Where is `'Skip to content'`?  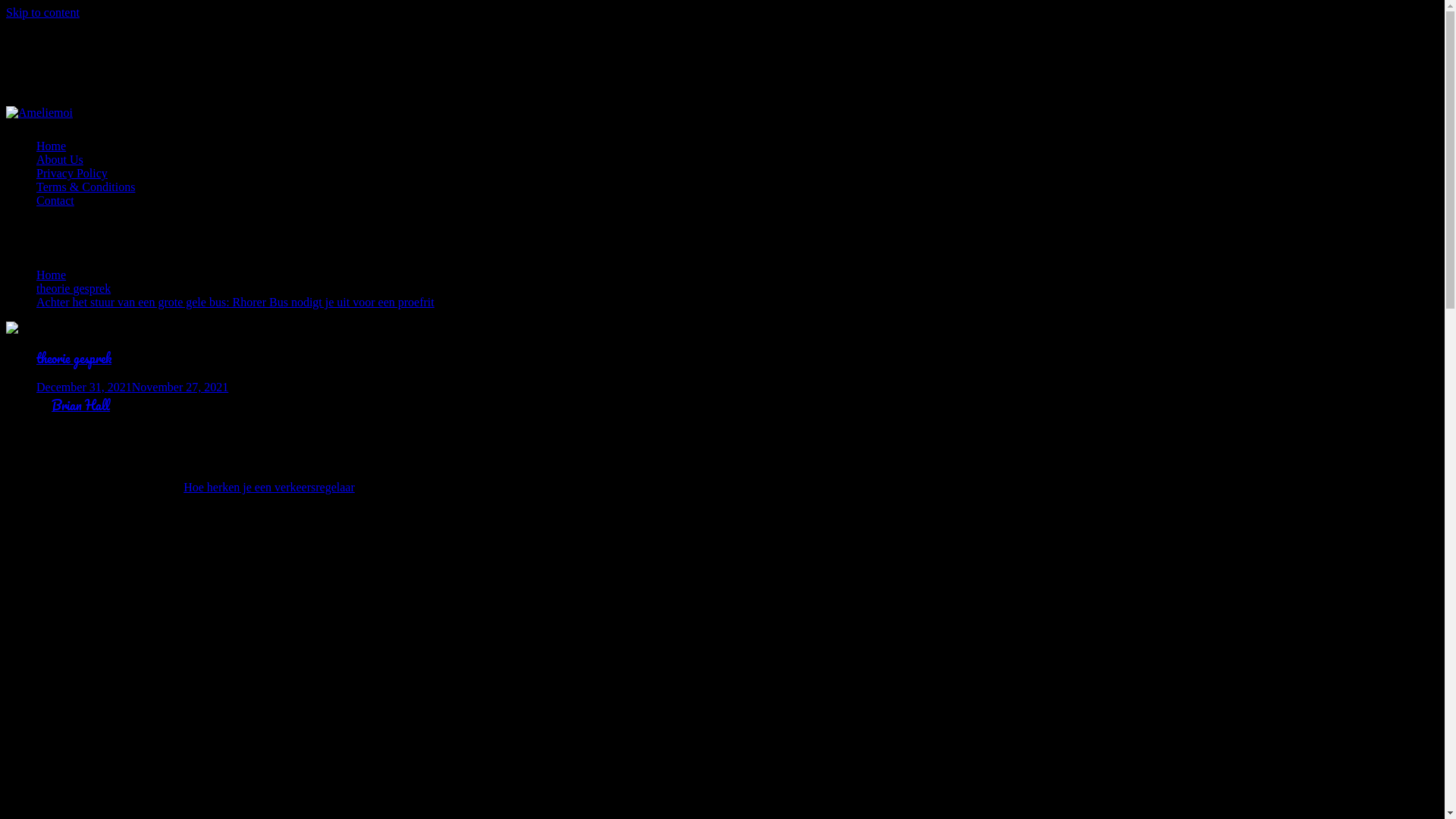
'Skip to content' is located at coordinates (42, 12).